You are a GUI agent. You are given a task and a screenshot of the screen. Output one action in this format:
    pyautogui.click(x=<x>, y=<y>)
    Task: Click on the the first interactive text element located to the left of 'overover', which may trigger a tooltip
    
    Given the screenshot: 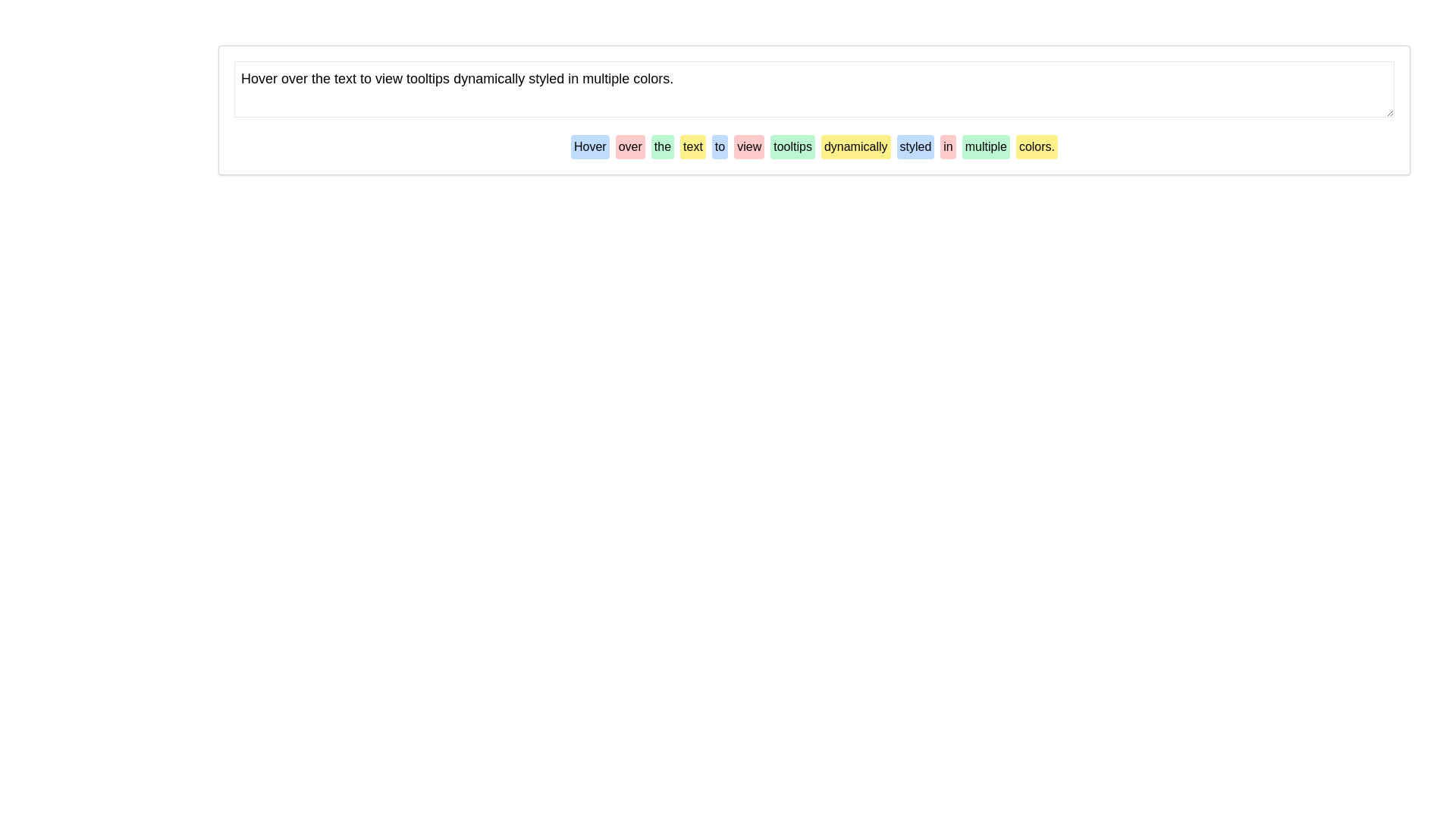 What is the action you would take?
    pyautogui.click(x=589, y=146)
    